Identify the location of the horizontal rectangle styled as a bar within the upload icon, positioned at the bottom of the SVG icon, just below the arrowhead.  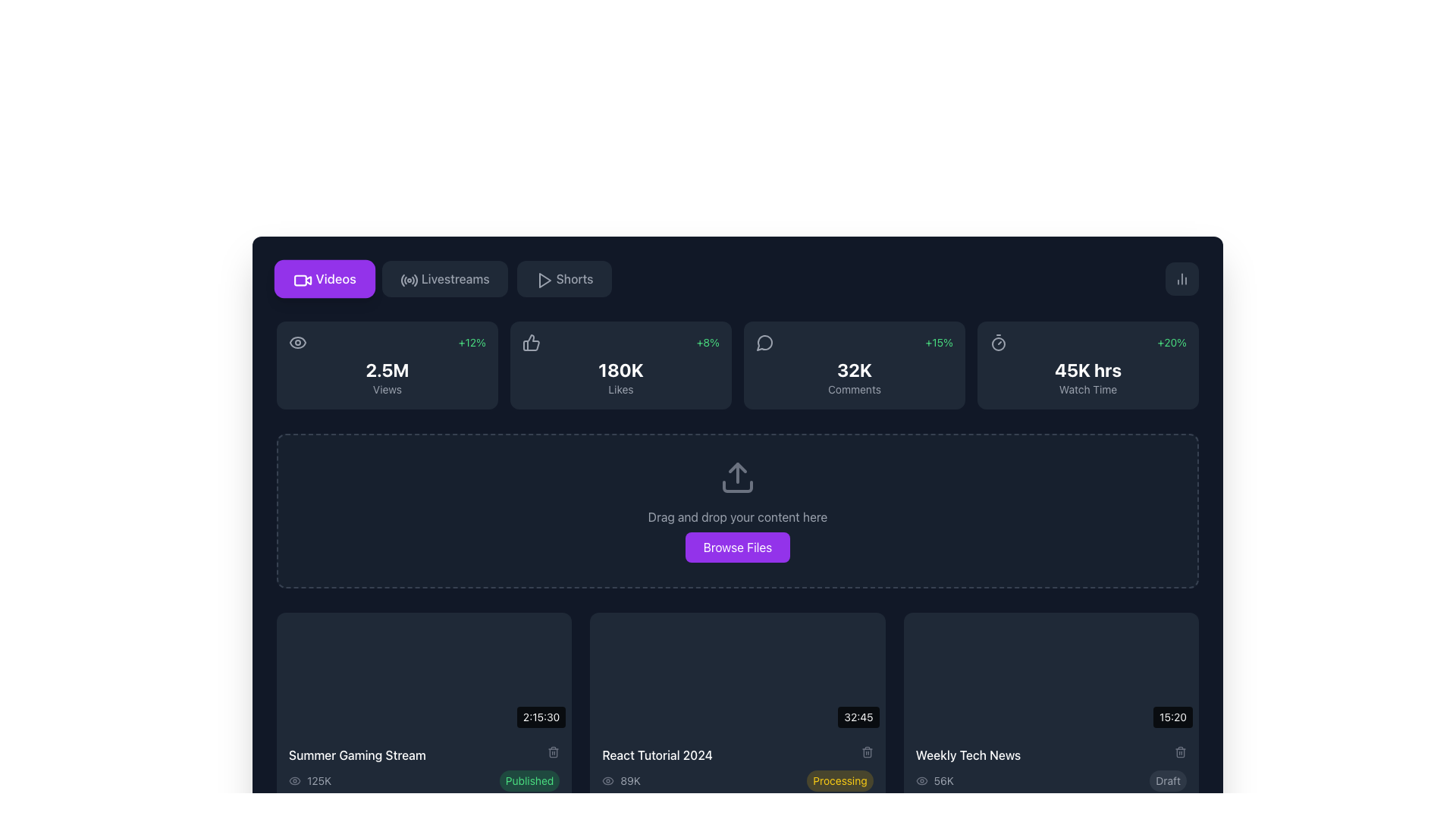
(738, 486).